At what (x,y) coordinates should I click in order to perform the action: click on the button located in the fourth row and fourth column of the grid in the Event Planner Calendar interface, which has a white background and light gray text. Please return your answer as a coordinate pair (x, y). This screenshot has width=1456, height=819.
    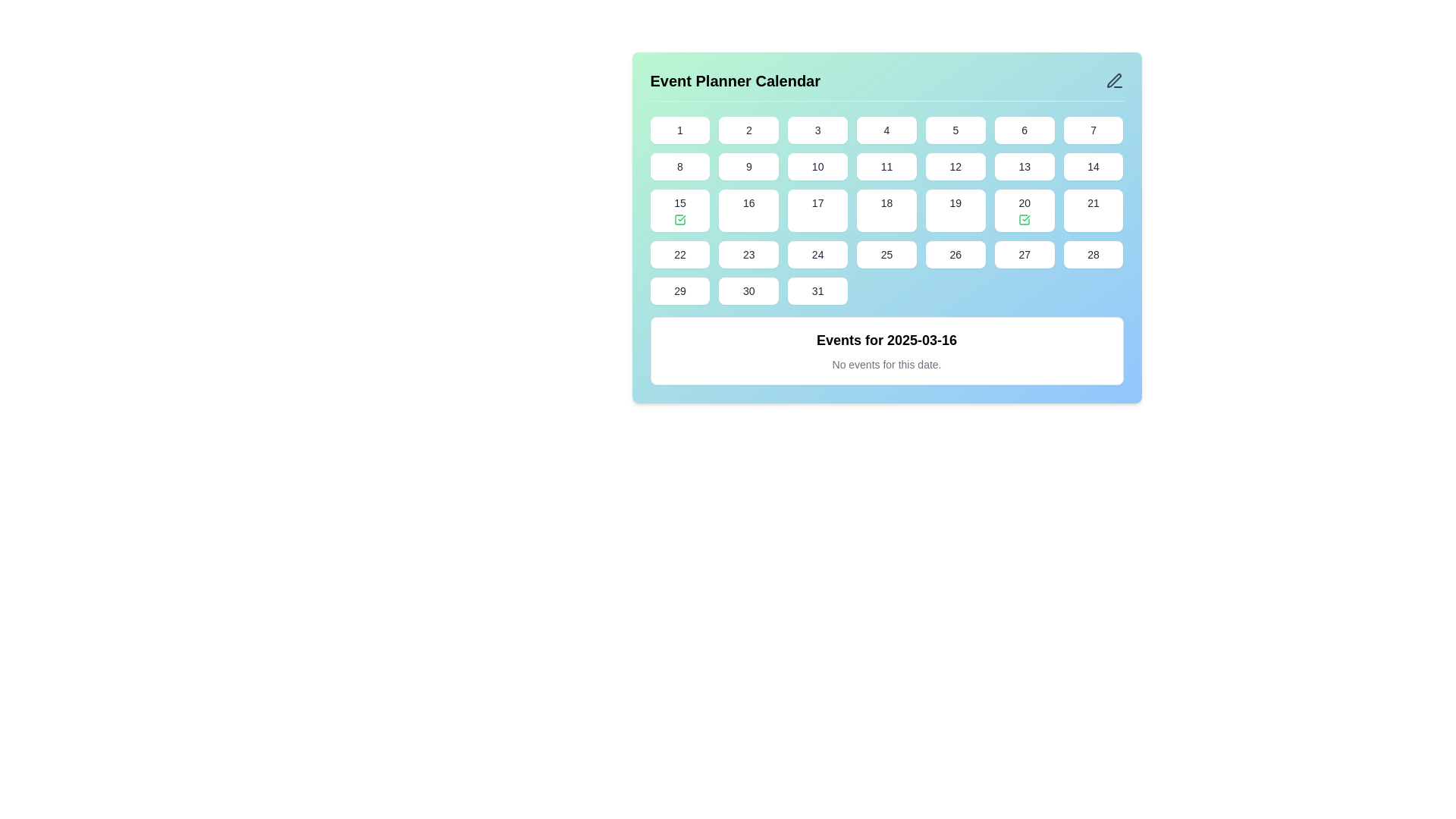
    Looking at the image, I should click on (886, 210).